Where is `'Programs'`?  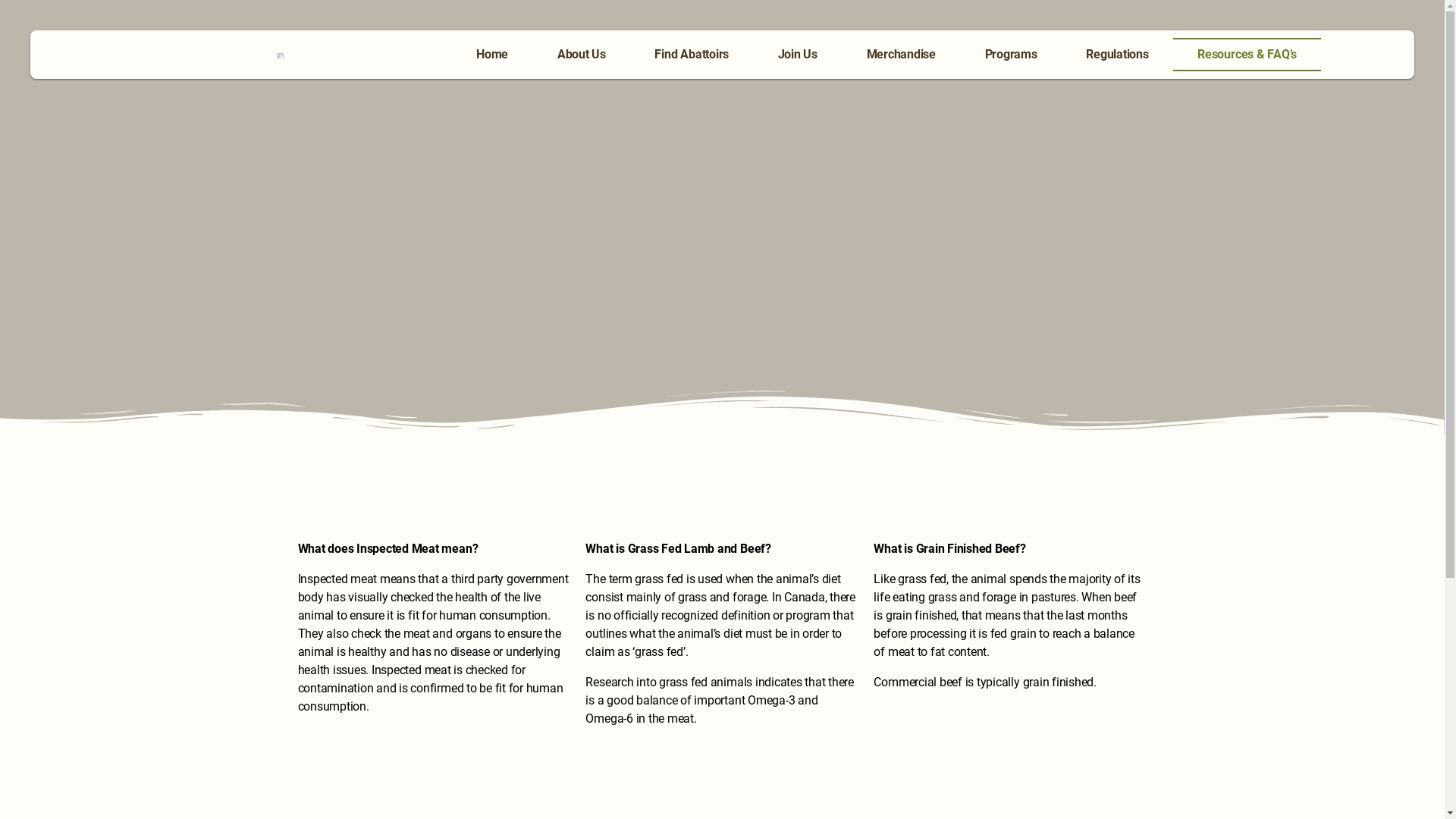
'Programs' is located at coordinates (1011, 54).